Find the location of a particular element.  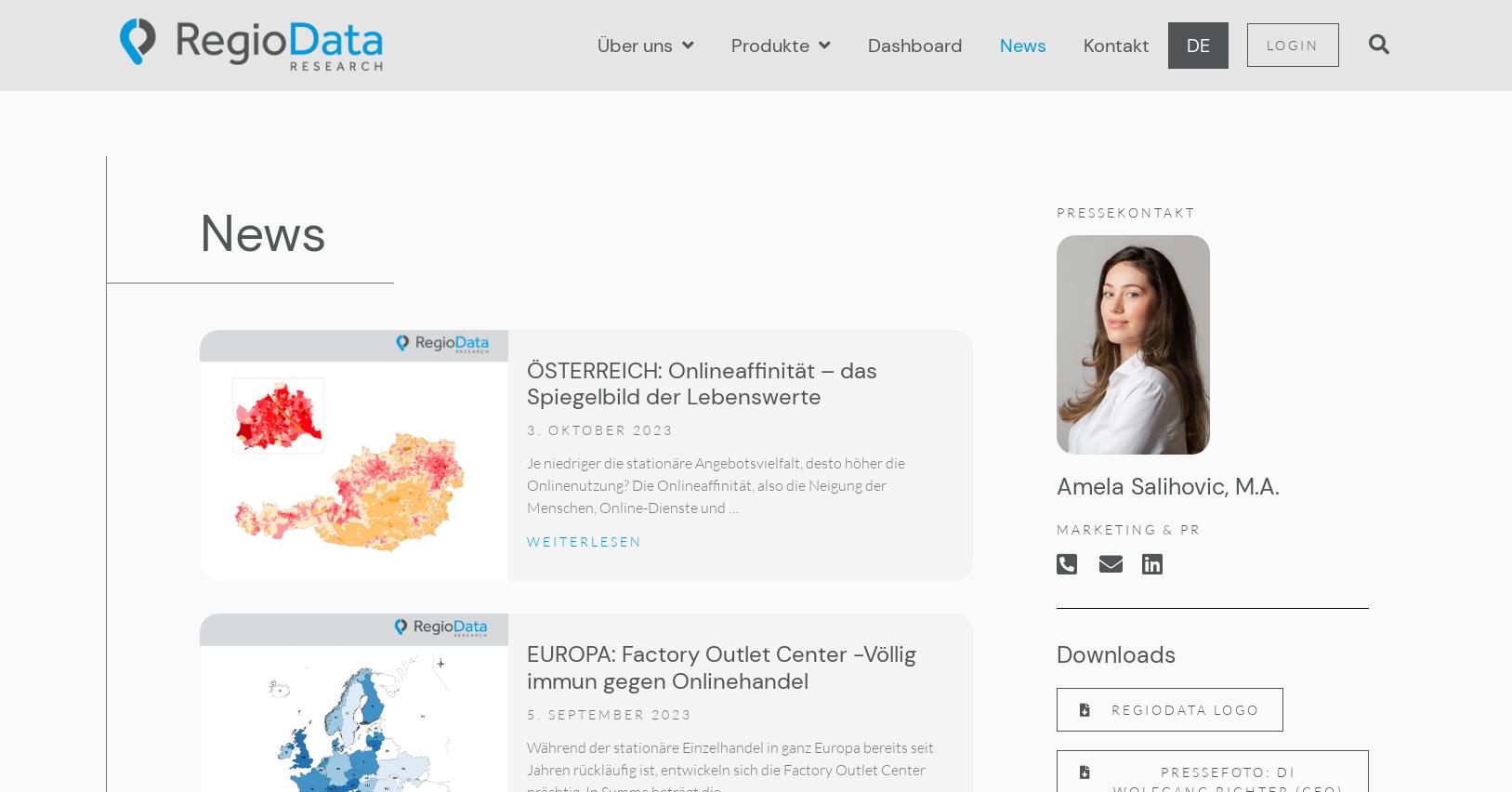

'EUROPA: Factory Outlet Center -Völlig immun gegen Onlinehandel' is located at coordinates (720, 666).